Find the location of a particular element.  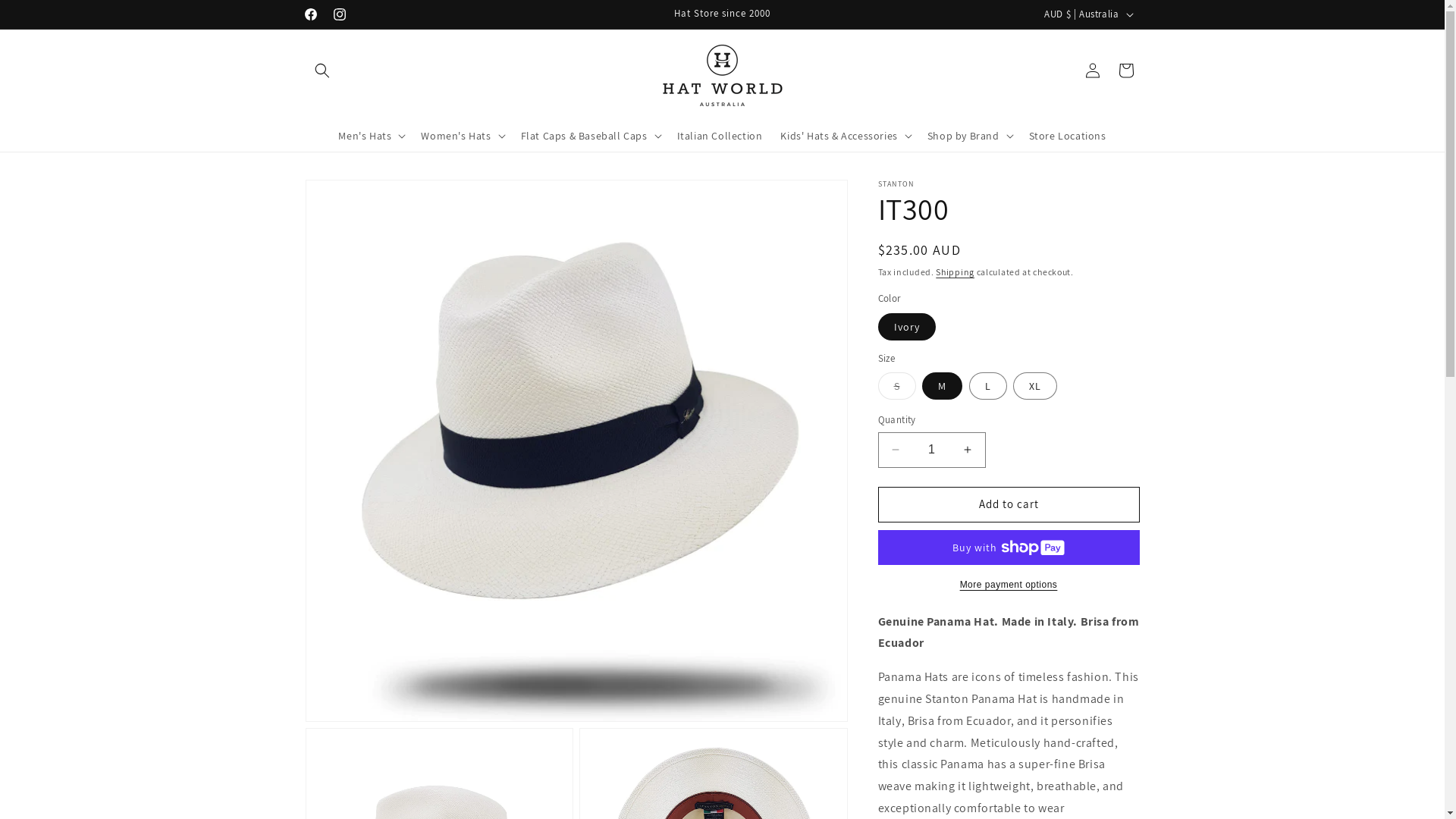

'Instagram' is located at coordinates (337, 14).